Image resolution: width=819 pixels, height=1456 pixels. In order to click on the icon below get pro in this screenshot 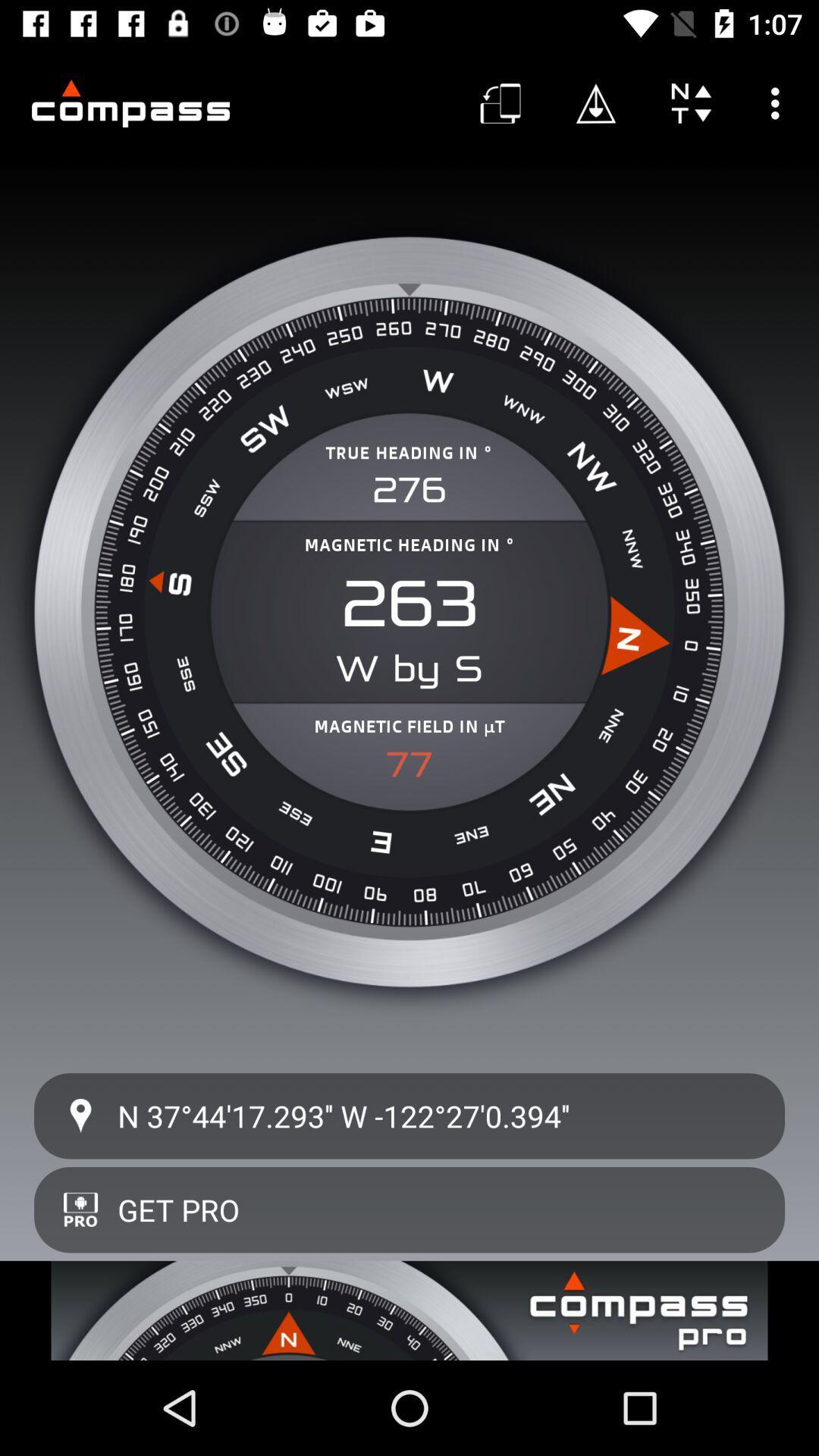, I will do `click(409, 1310)`.